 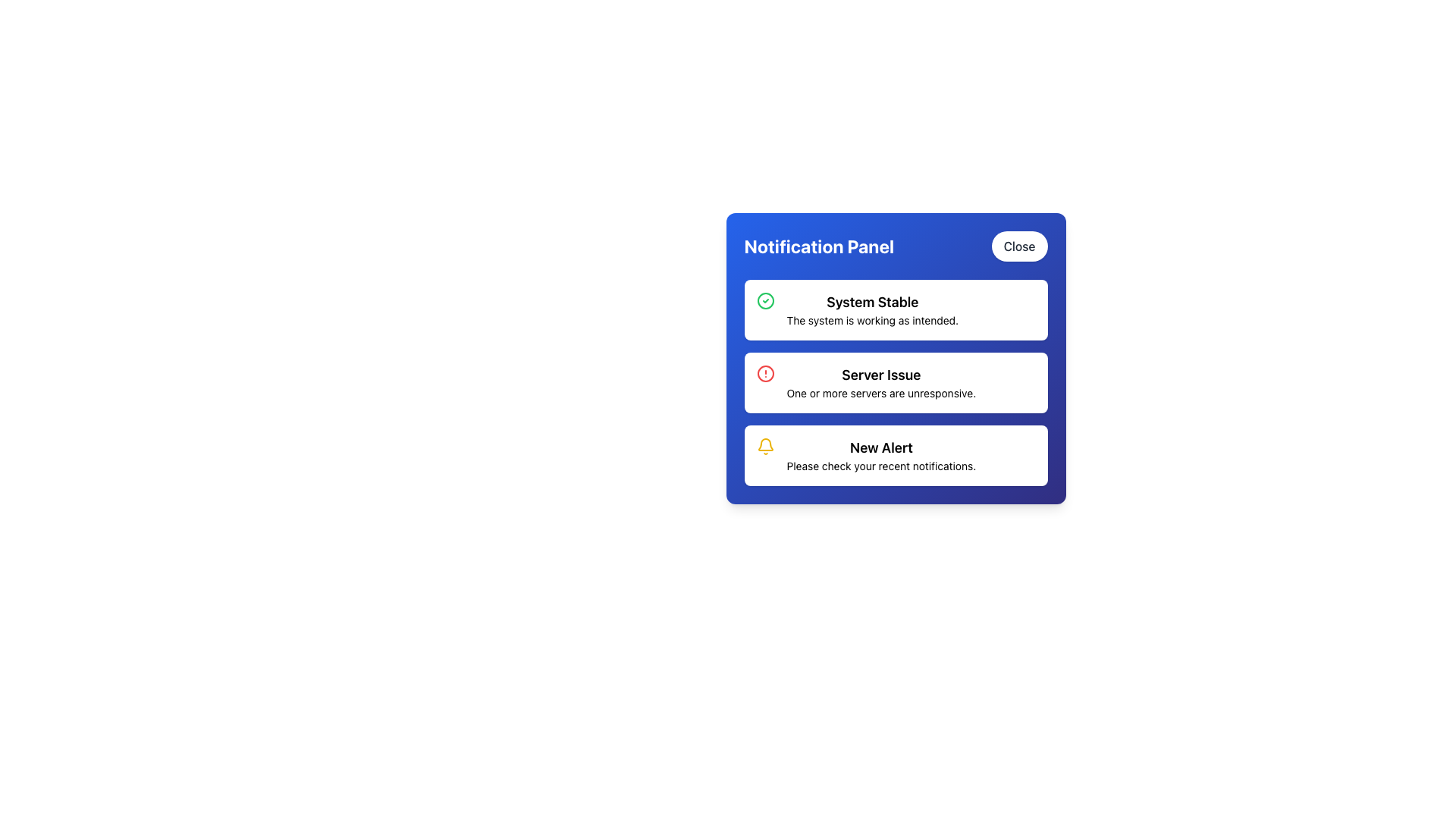 What do you see at coordinates (872, 320) in the screenshot?
I see `displayed text from the supplementary information label located directly below the 'System Stable' header in the notification panel` at bounding box center [872, 320].